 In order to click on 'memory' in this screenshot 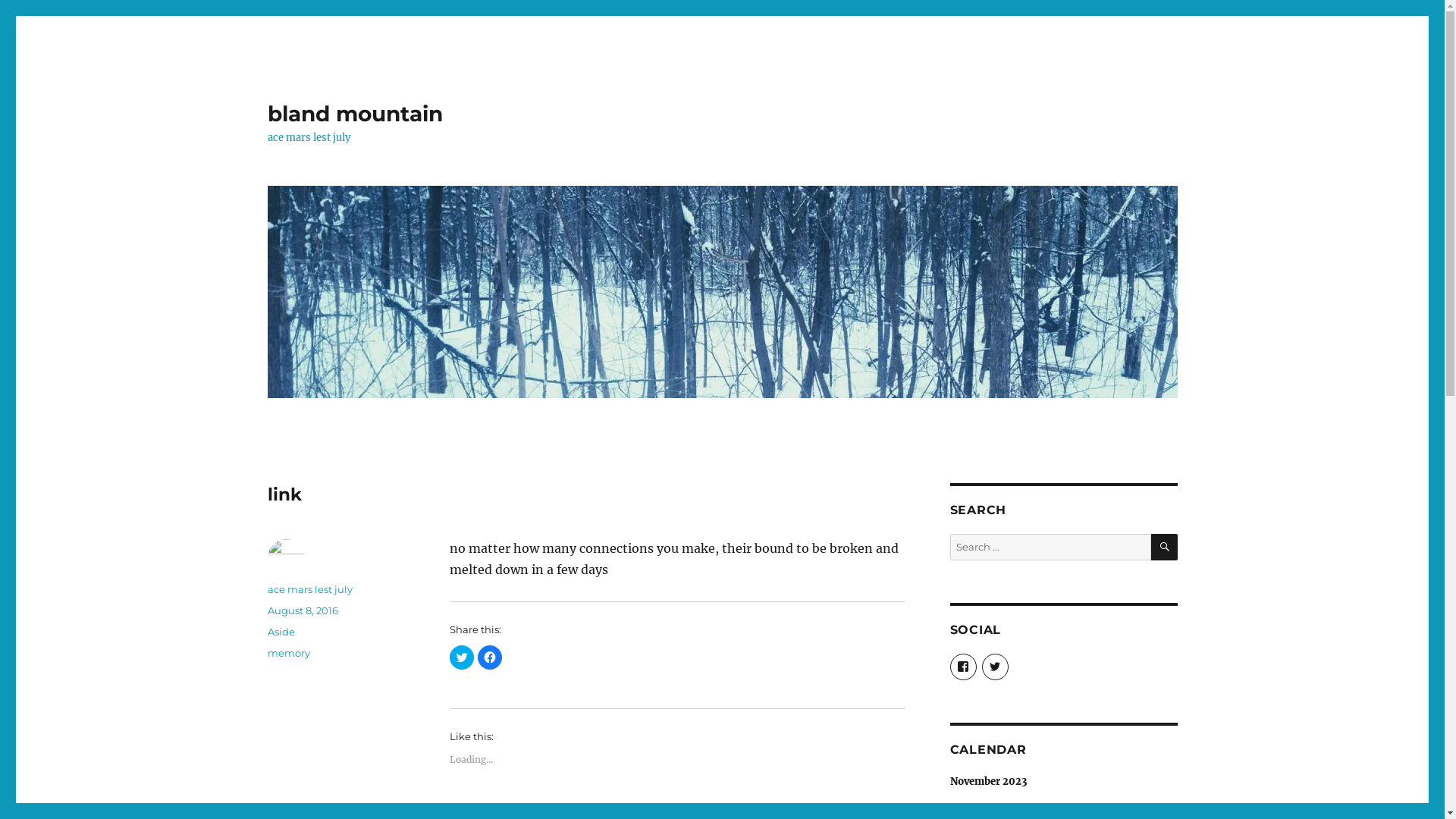, I will do `click(287, 651)`.